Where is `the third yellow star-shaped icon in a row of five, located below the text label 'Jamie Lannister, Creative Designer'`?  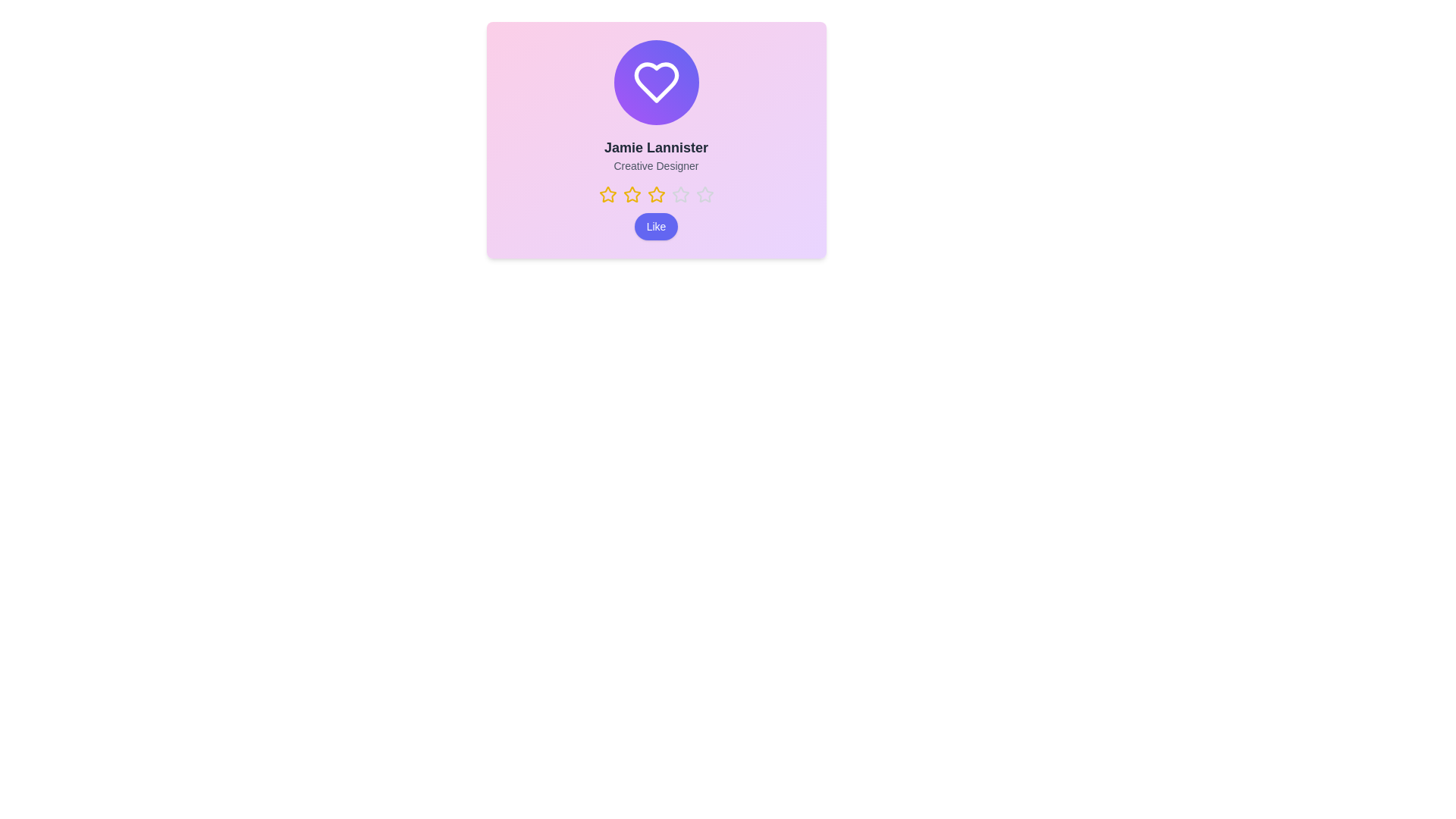 the third yellow star-shaped icon in a row of five, located below the text label 'Jamie Lannister, Creative Designer' is located at coordinates (632, 194).